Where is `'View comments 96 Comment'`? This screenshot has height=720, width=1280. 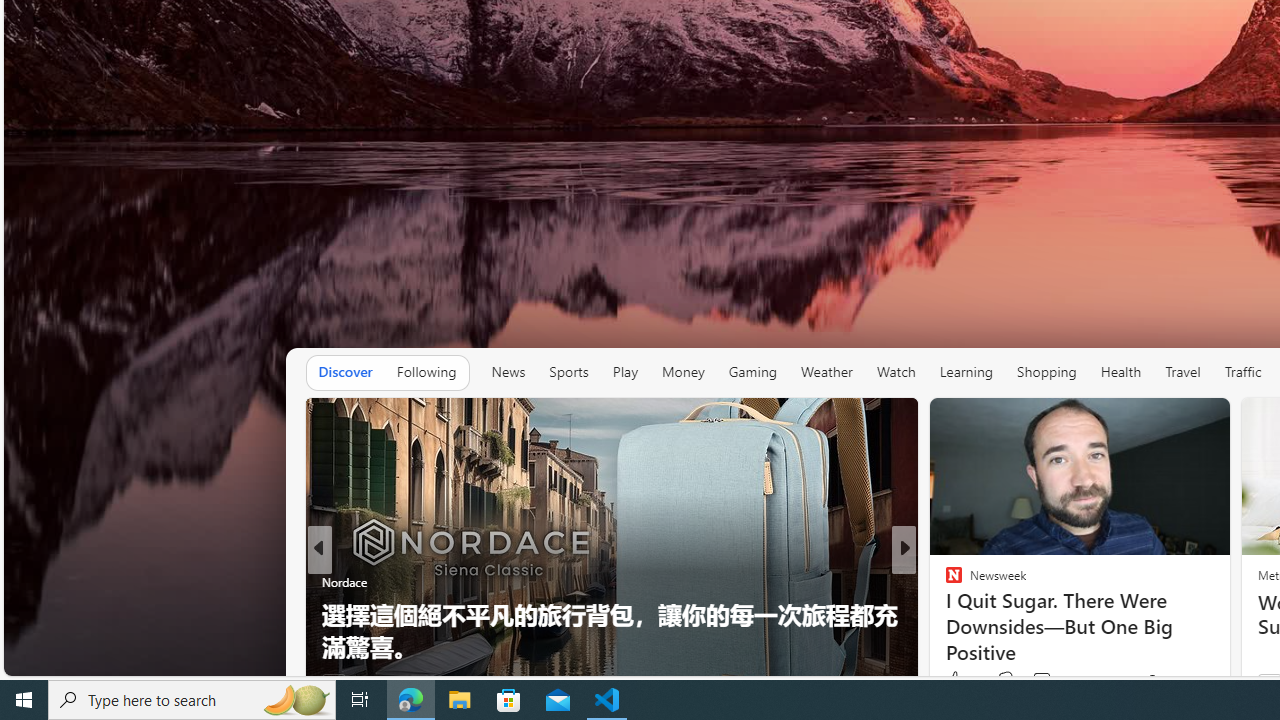 'View comments 96 Comment' is located at coordinates (1044, 680).